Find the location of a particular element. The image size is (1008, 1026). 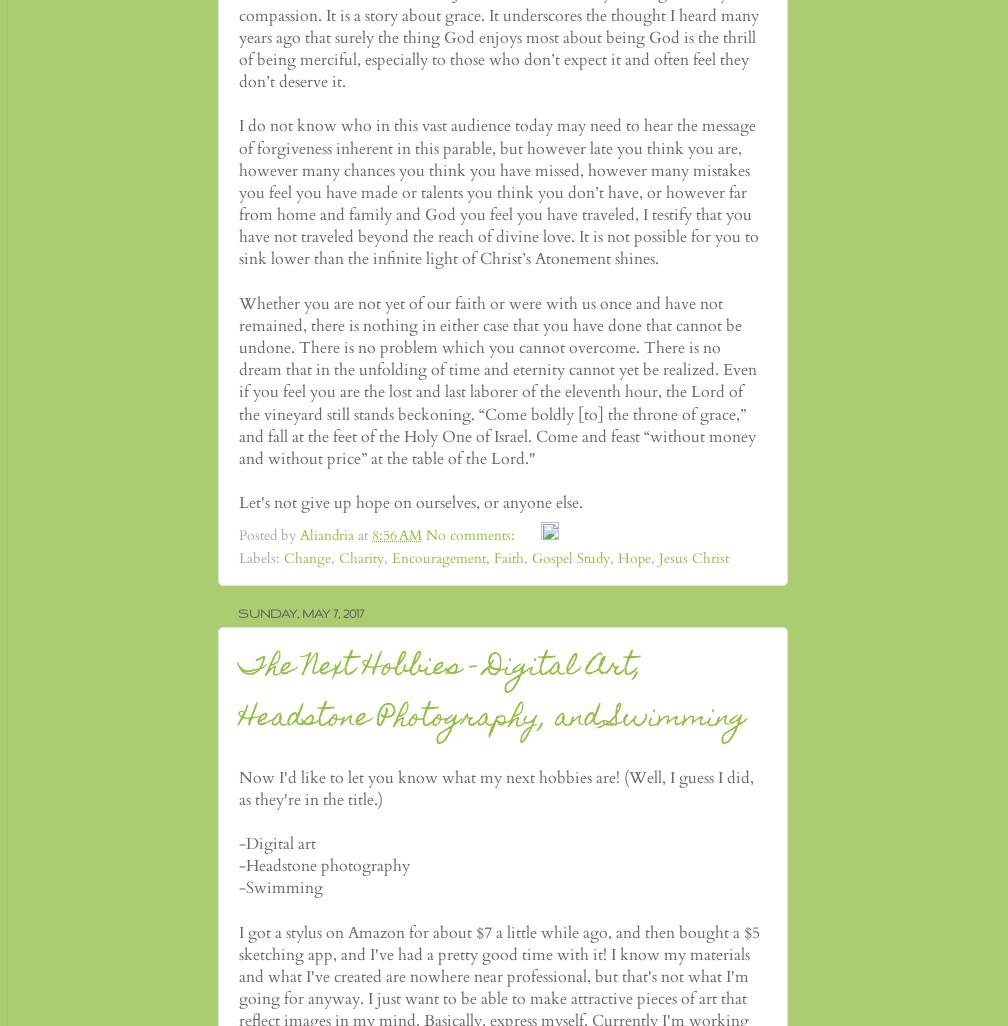

'Posted by' is located at coordinates (269, 534).